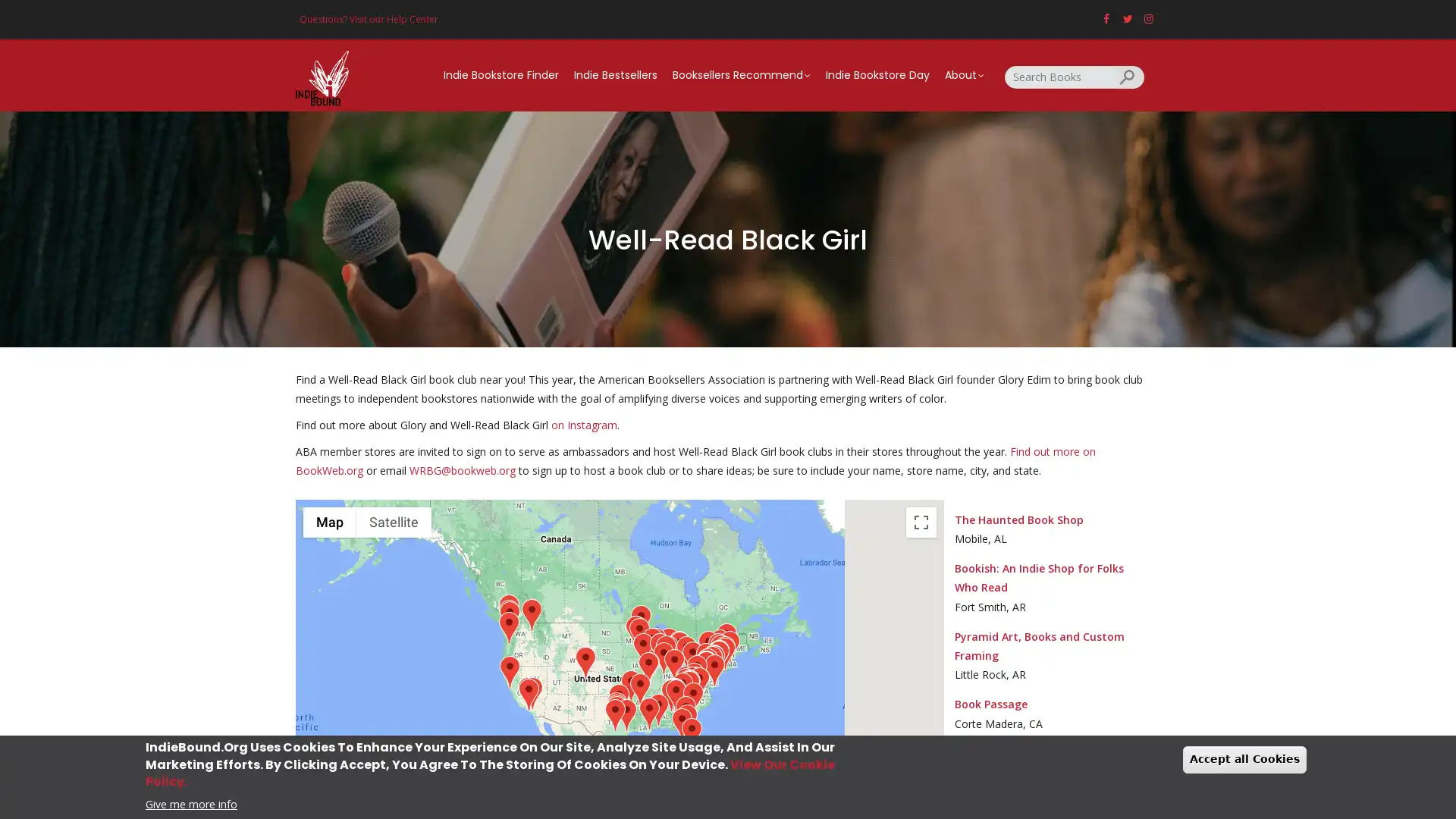 The height and width of the screenshot is (819, 1456). I want to click on Uncle Bobbie's Books and Coffee, so click(712, 659).